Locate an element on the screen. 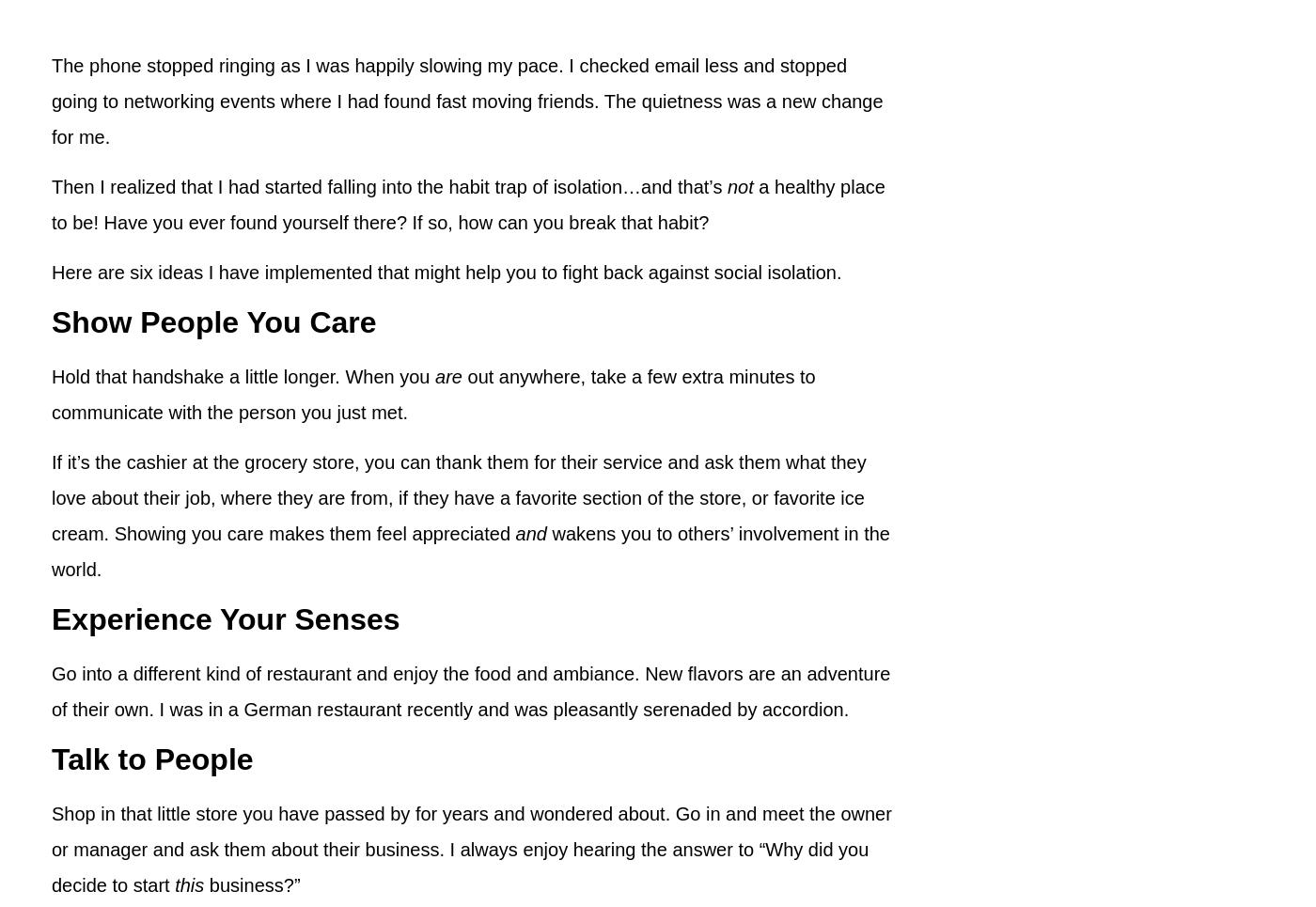 The image size is (1316, 907). 'Experience Your Senses' is located at coordinates (52, 618).